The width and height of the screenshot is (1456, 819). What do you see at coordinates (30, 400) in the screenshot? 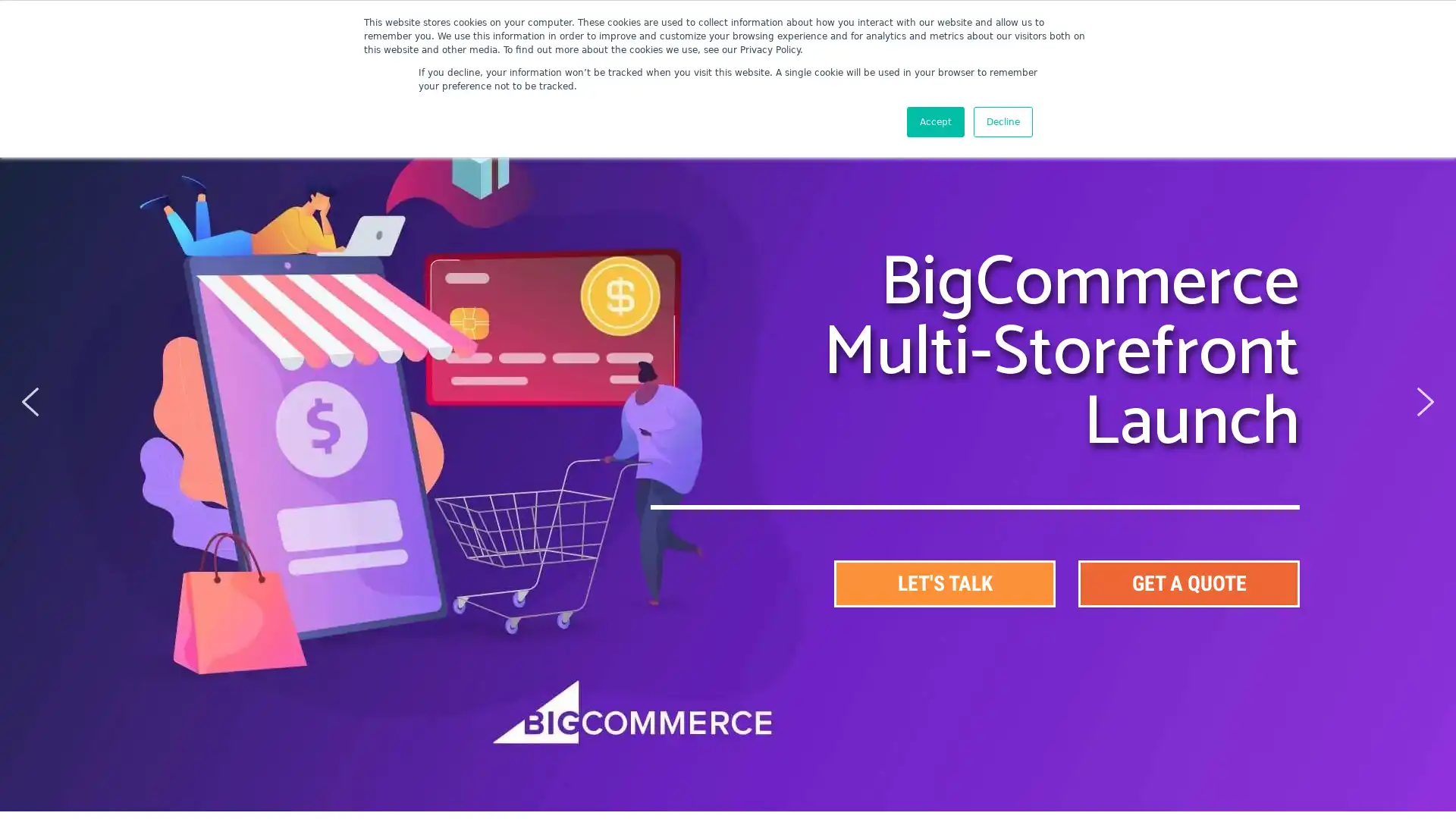
I see `previous arrow` at bounding box center [30, 400].